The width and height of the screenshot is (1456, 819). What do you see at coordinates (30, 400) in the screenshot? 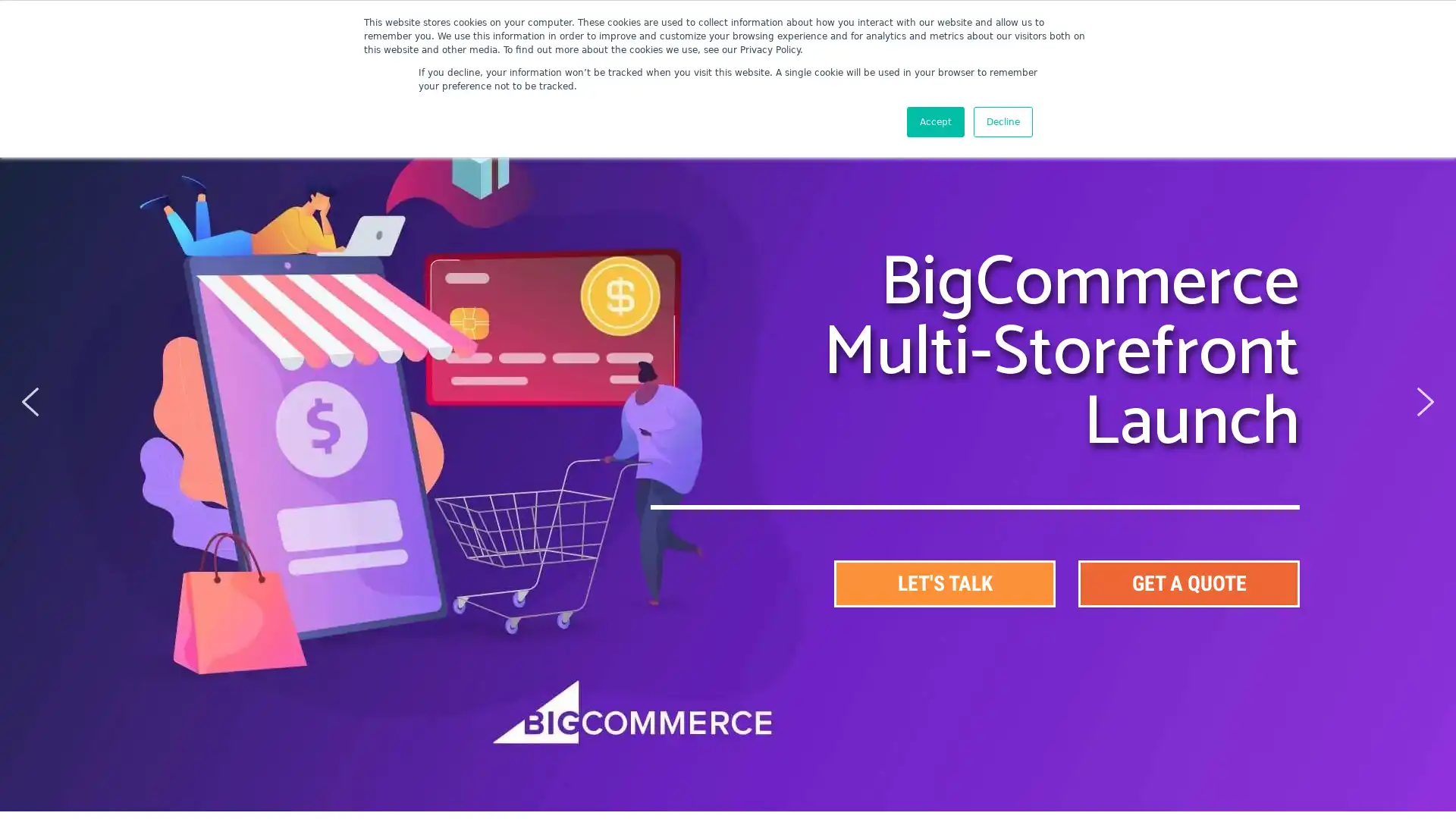
I see `previous arrow` at bounding box center [30, 400].